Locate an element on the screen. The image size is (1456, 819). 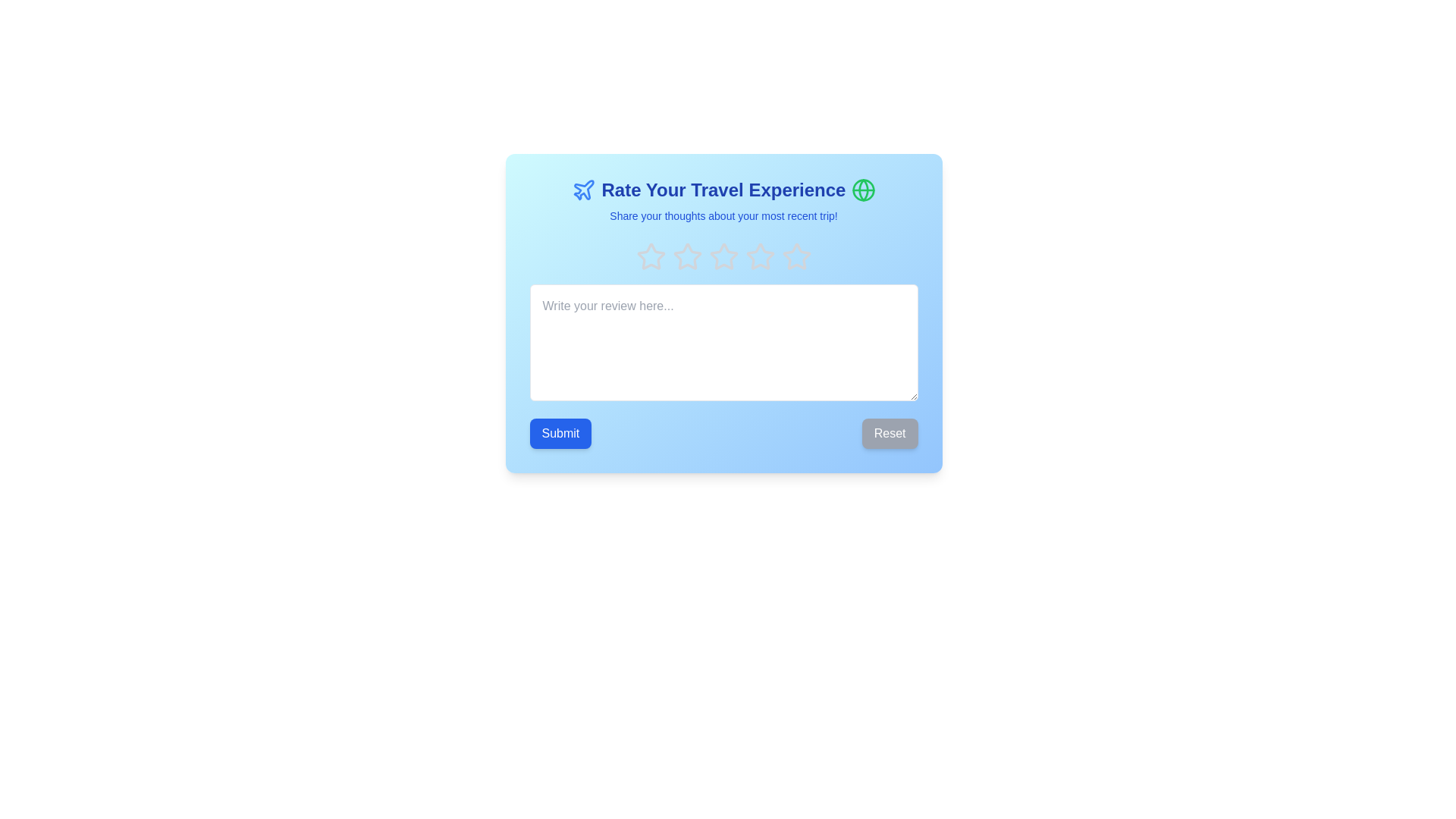
the blue airplane icon located to the left of the heading 'Rate Your Travel Experience' is located at coordinates (582, 189).